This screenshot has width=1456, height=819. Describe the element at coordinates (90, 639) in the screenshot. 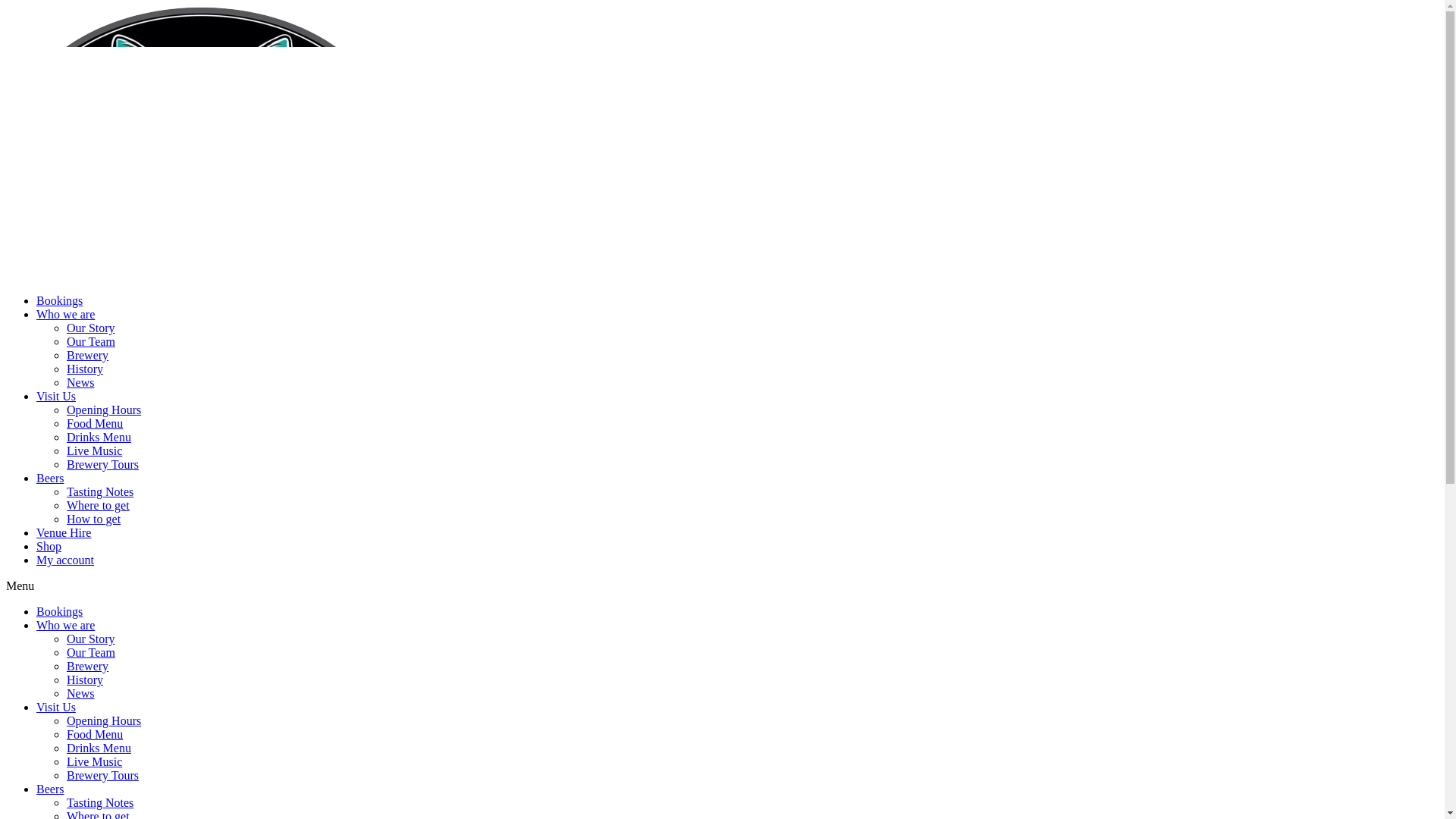

I see `'Our Story'` at that location.